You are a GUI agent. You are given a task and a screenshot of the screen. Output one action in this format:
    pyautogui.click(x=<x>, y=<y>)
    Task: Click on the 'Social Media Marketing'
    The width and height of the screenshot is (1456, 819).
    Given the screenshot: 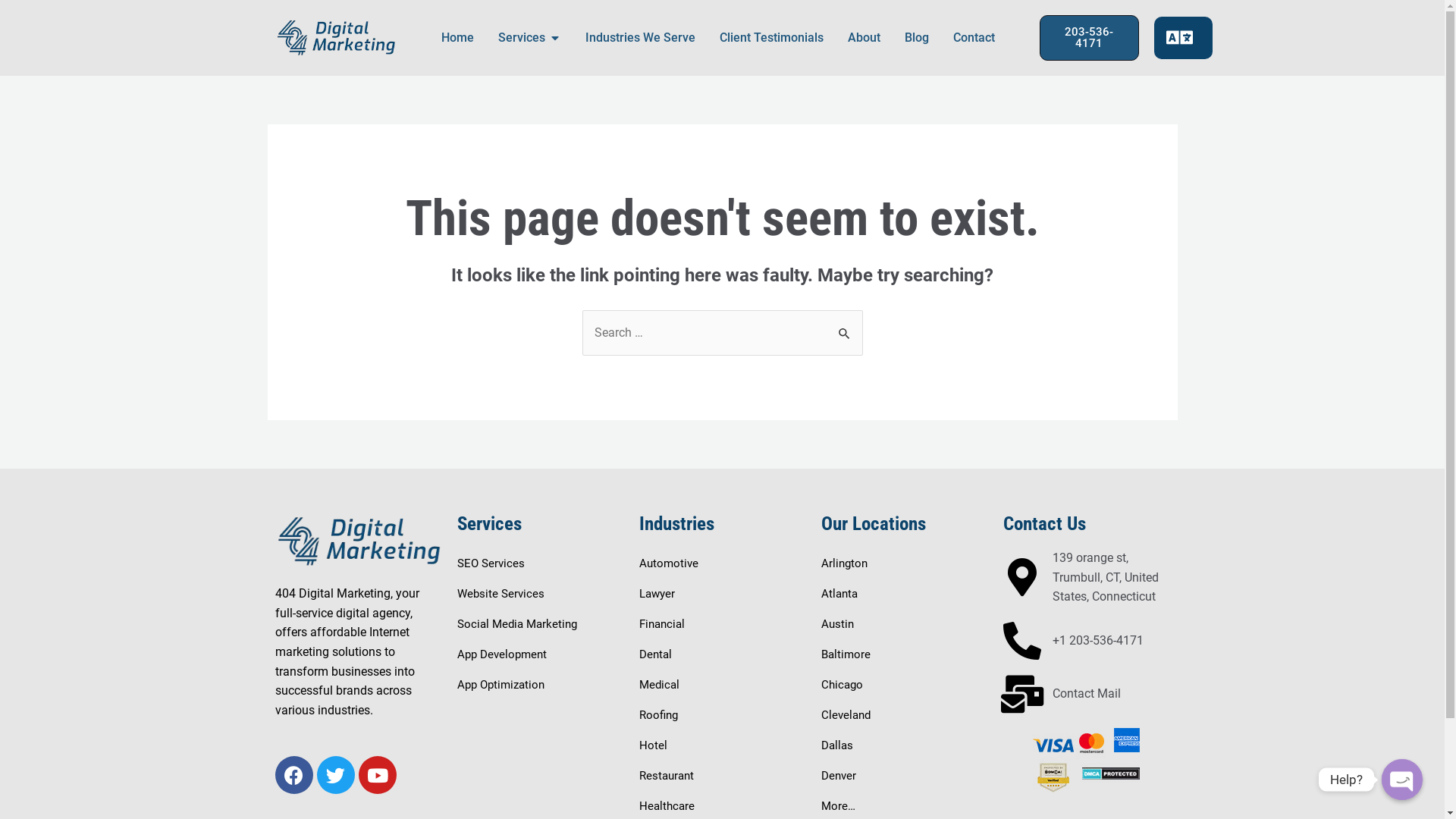 What is the action you would take?
    pyautogui.click(x=516, y=623)
    